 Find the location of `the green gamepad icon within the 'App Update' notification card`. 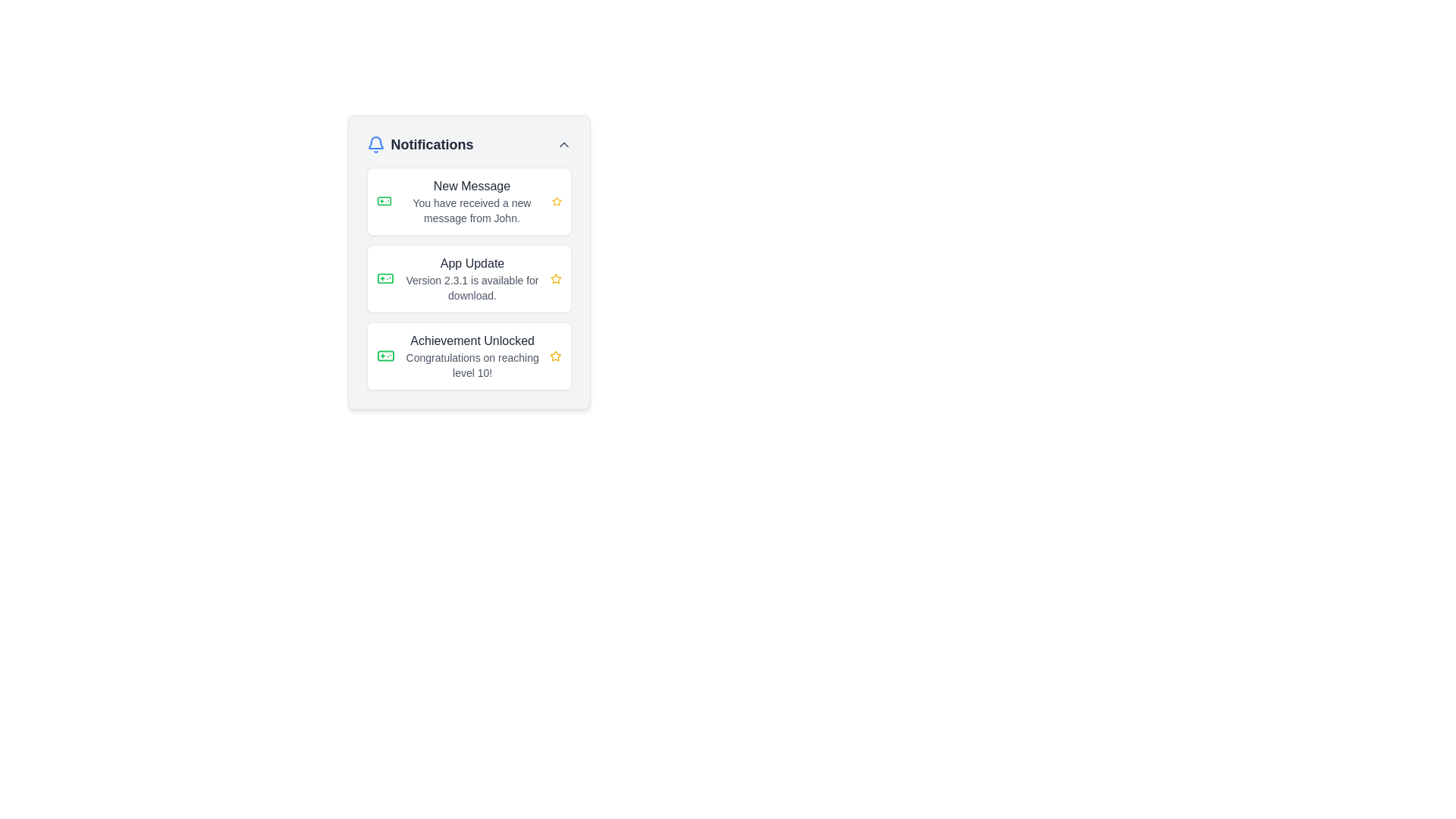

the green gamepad icon within the 'App Update' notification card is located at coordinates (385, 278).